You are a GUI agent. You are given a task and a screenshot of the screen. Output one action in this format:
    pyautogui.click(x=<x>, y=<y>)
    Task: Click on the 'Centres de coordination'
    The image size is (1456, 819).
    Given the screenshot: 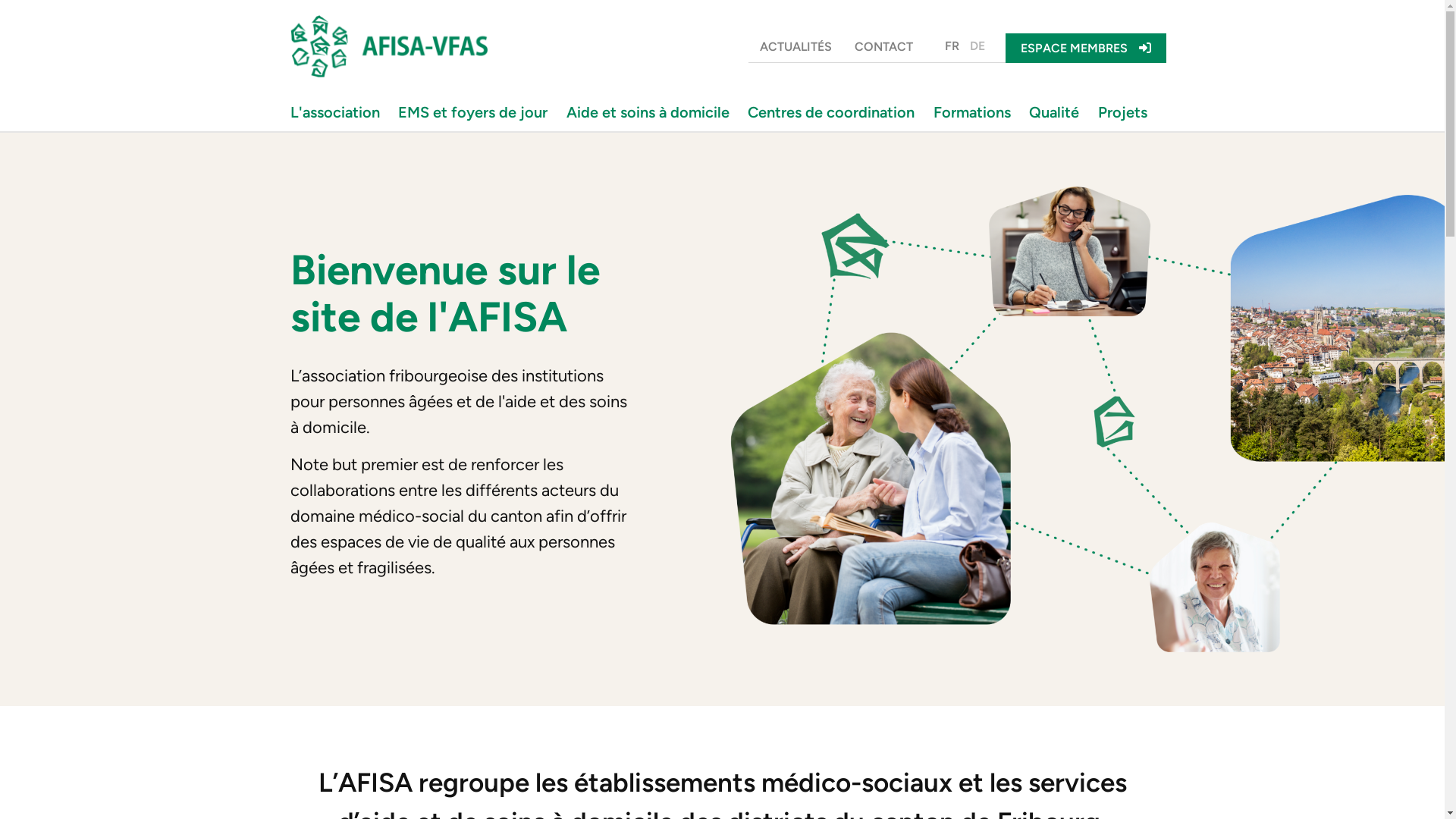 What is the action you would take?
    pyautogui.click(x=833, y=111)
    